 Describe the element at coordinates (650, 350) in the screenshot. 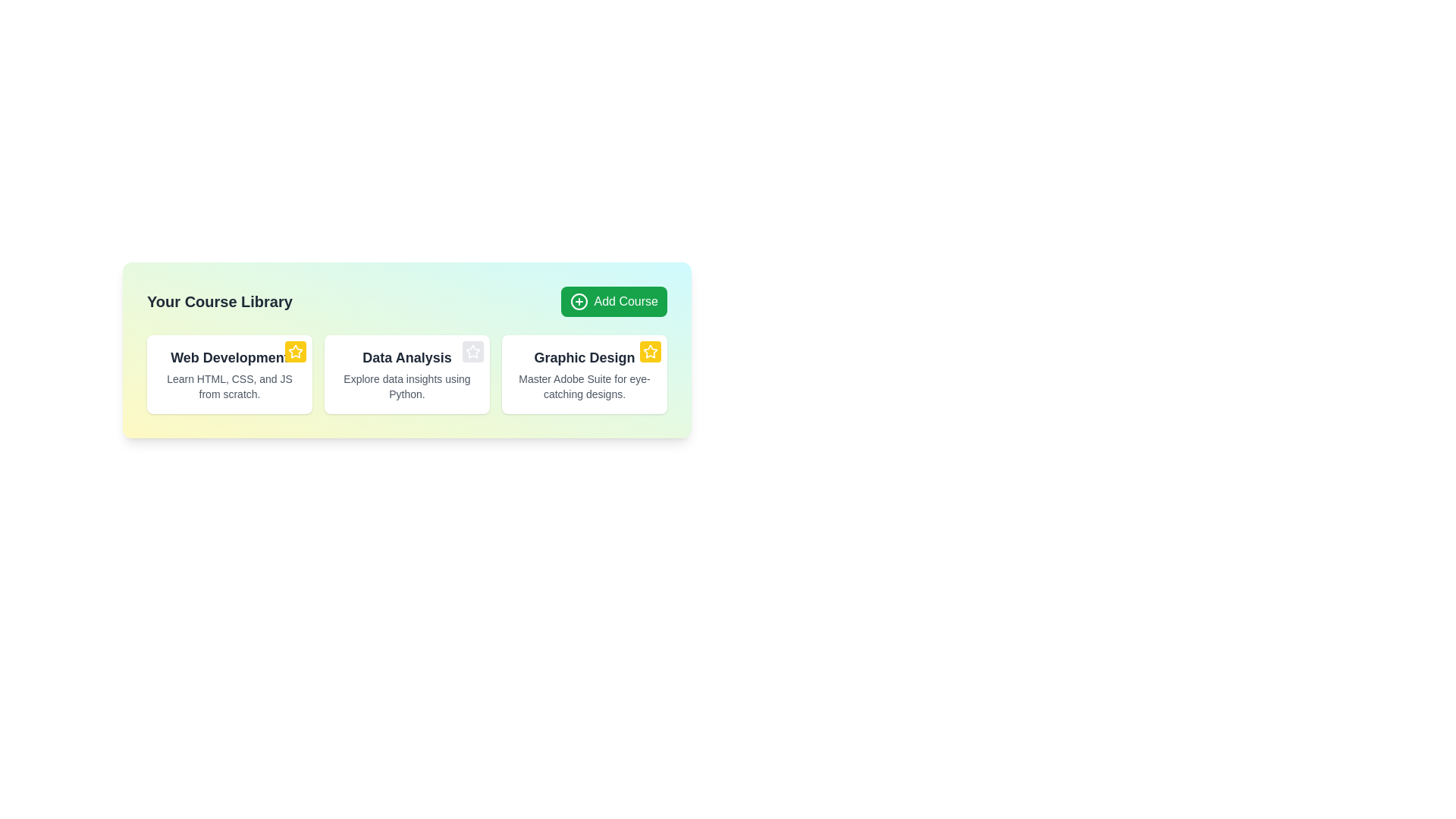

I see `the rating or favorite indicator icon located in the top-right corner of the 'Web Development' card in the course library` at that location.